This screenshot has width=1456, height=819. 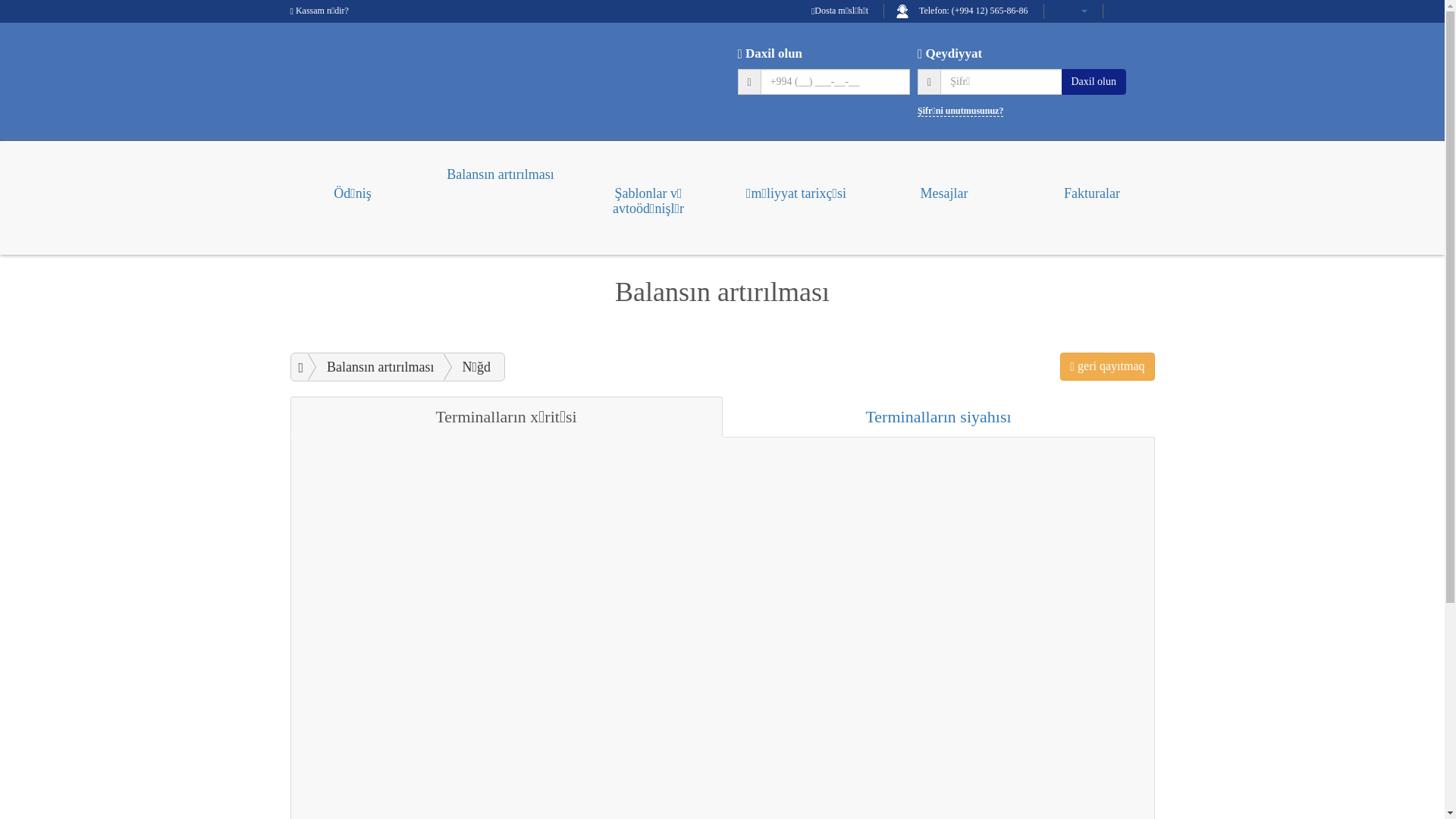 What do you see at coordinates (943, 186) in the screenshot?
I see `'Mesajlar'` at bounding box center [943, 186].